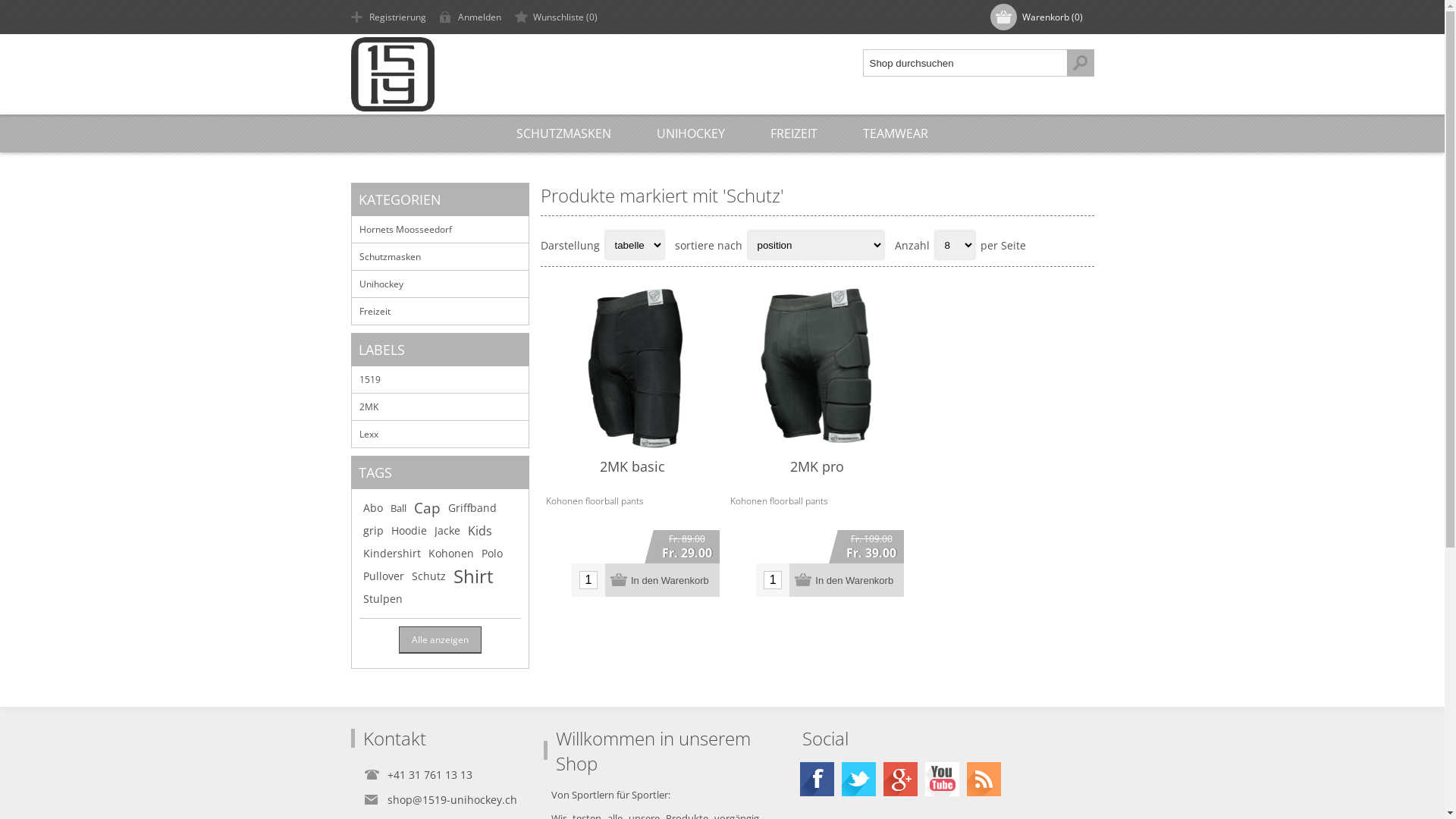  What do you see at coordinates (491, 553) in the screenshot?
I see `'Polo'` at bounding box center [491, 553].